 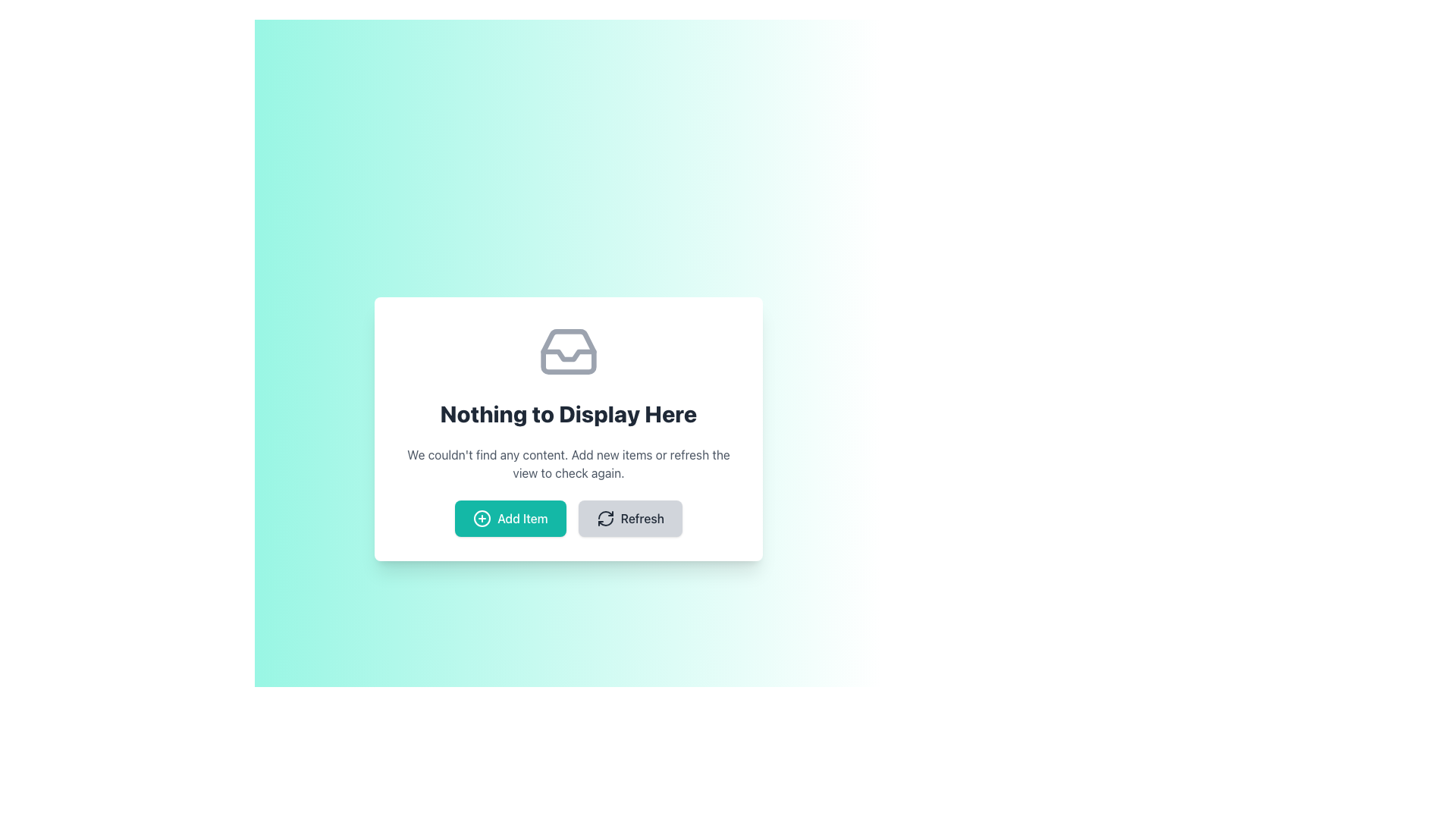 What do you see at coordinates (630, 517) in the screenshot?
I see `the 'Refresh' button with a light gray background and rounded corners` at bounding box center [630, 517].